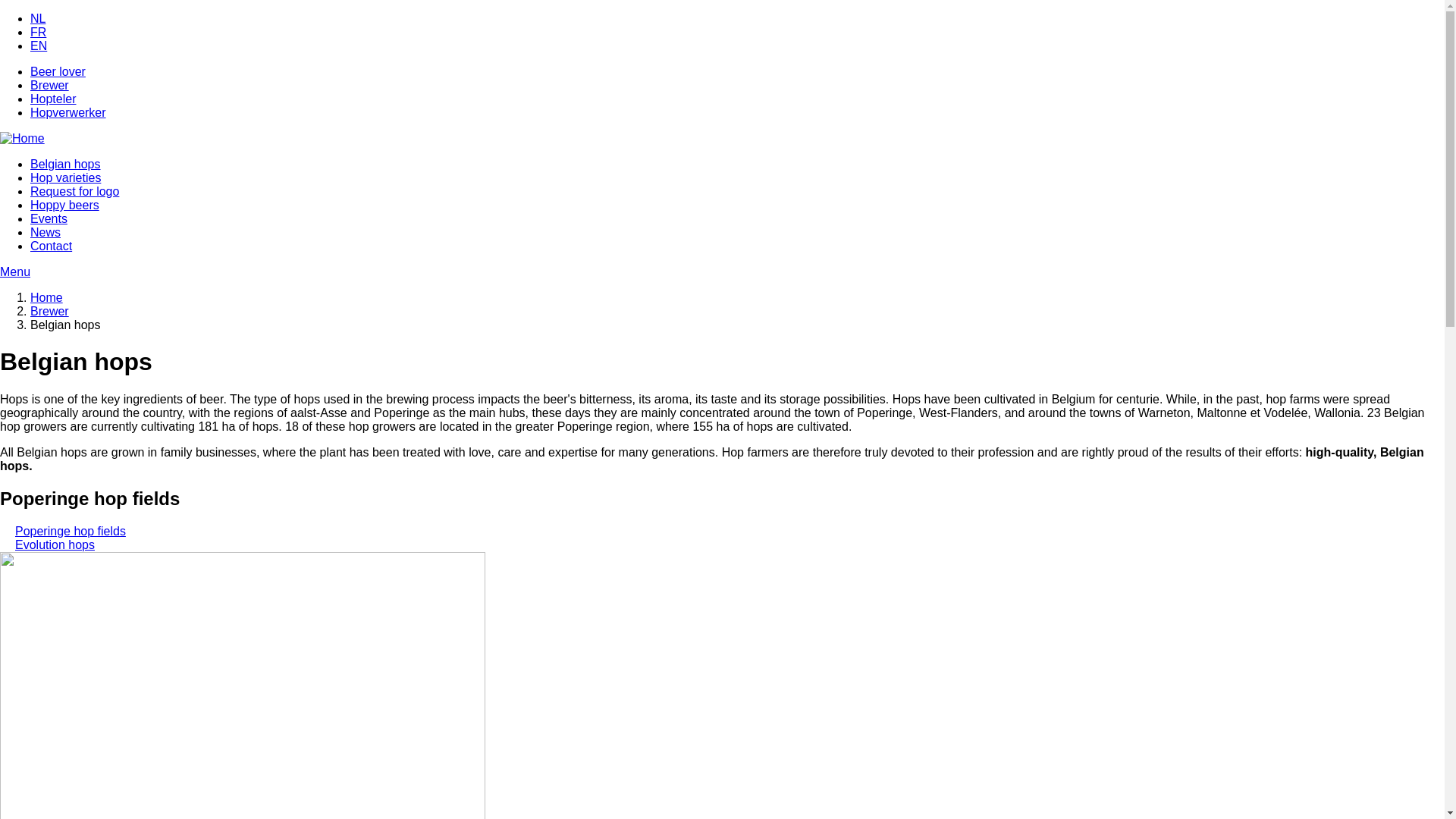 The width and height of the screenshot is (1456, 819). I want to click on 'Request for logo', so click(74, 190).